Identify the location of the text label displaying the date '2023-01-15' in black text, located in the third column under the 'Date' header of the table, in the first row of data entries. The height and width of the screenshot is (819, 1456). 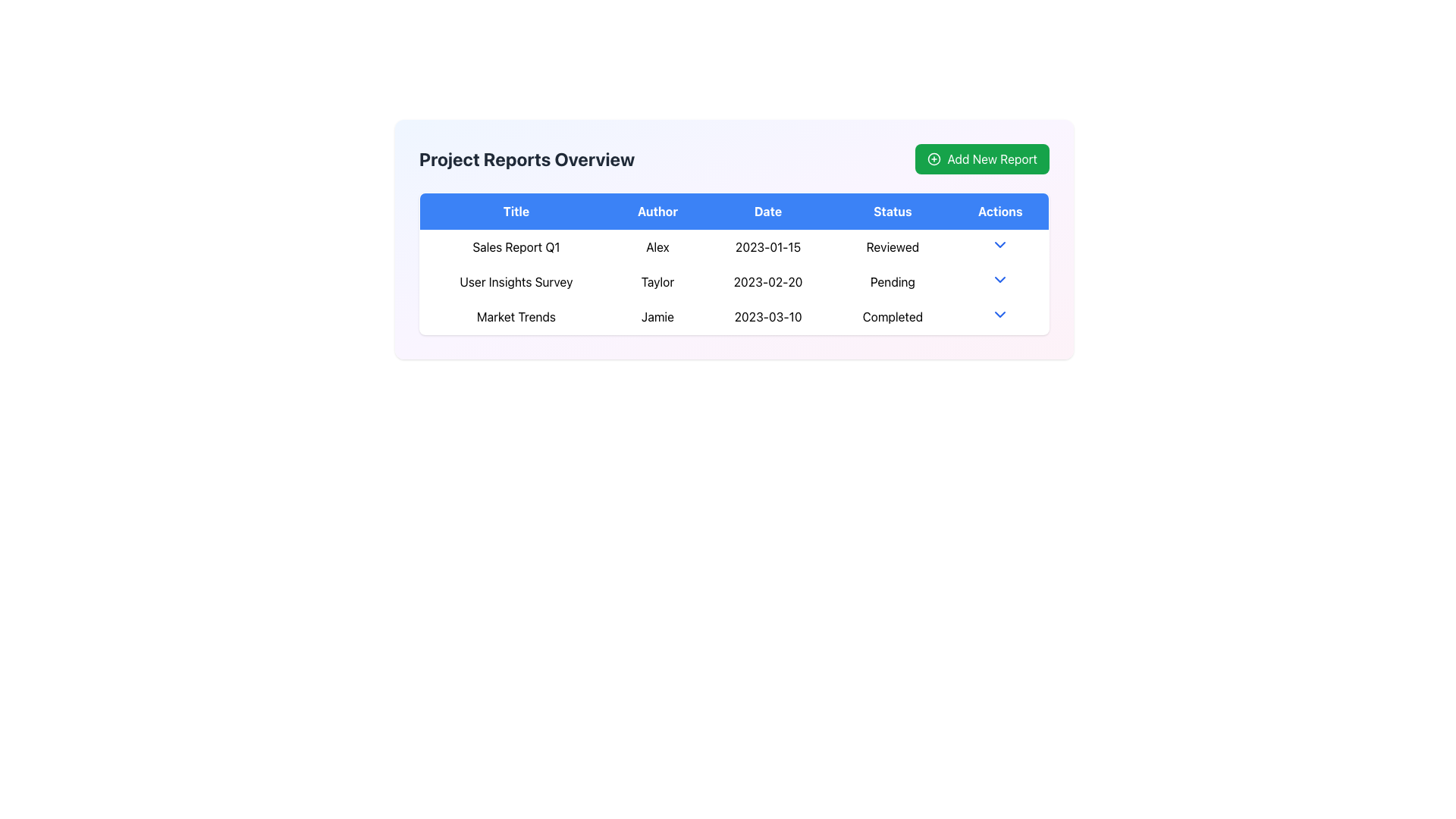
(767, 246).